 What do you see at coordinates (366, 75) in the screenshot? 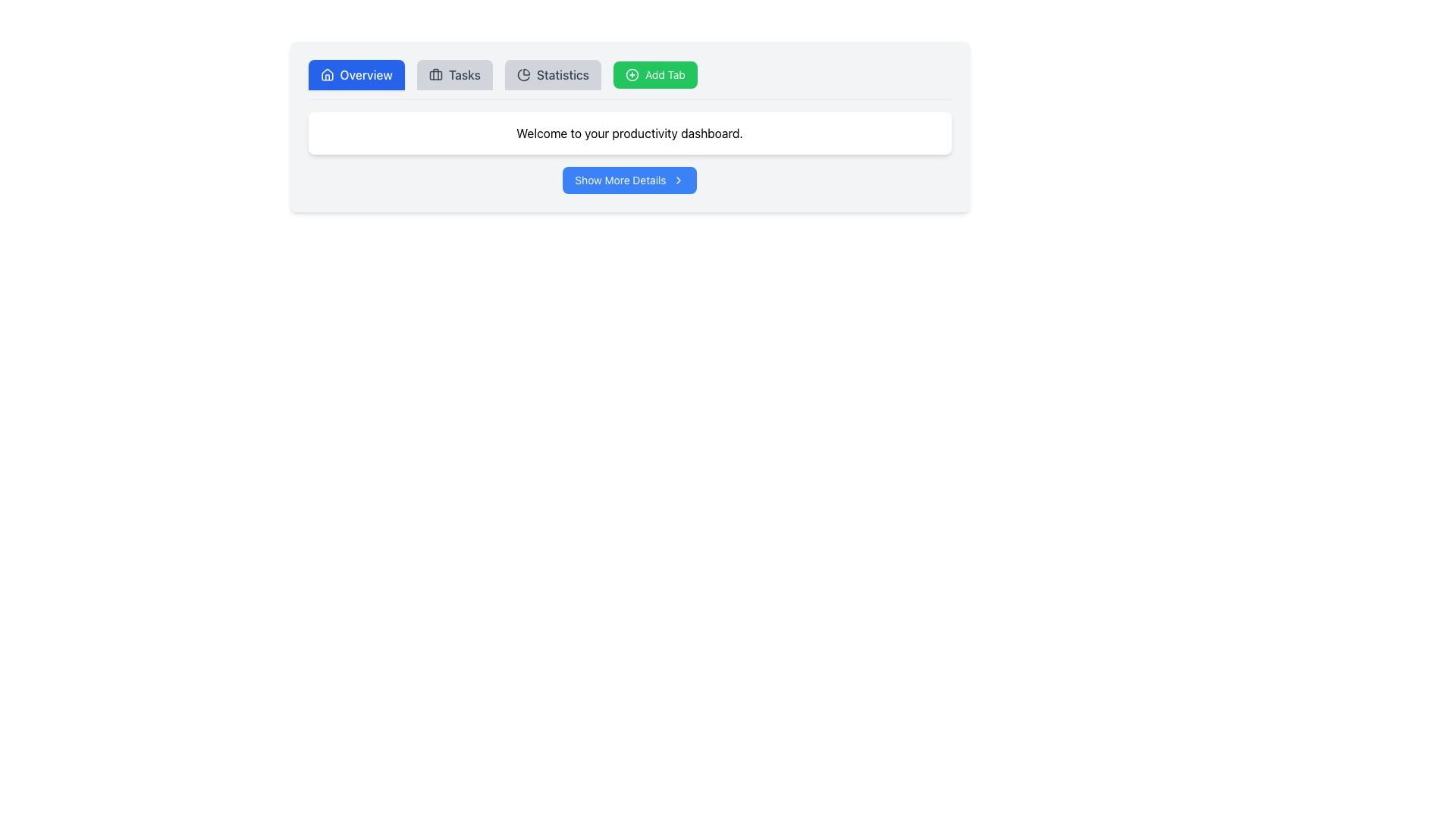
I see `the 'Overview' text label in the active navigation tab` at bounding box center [366, 75].